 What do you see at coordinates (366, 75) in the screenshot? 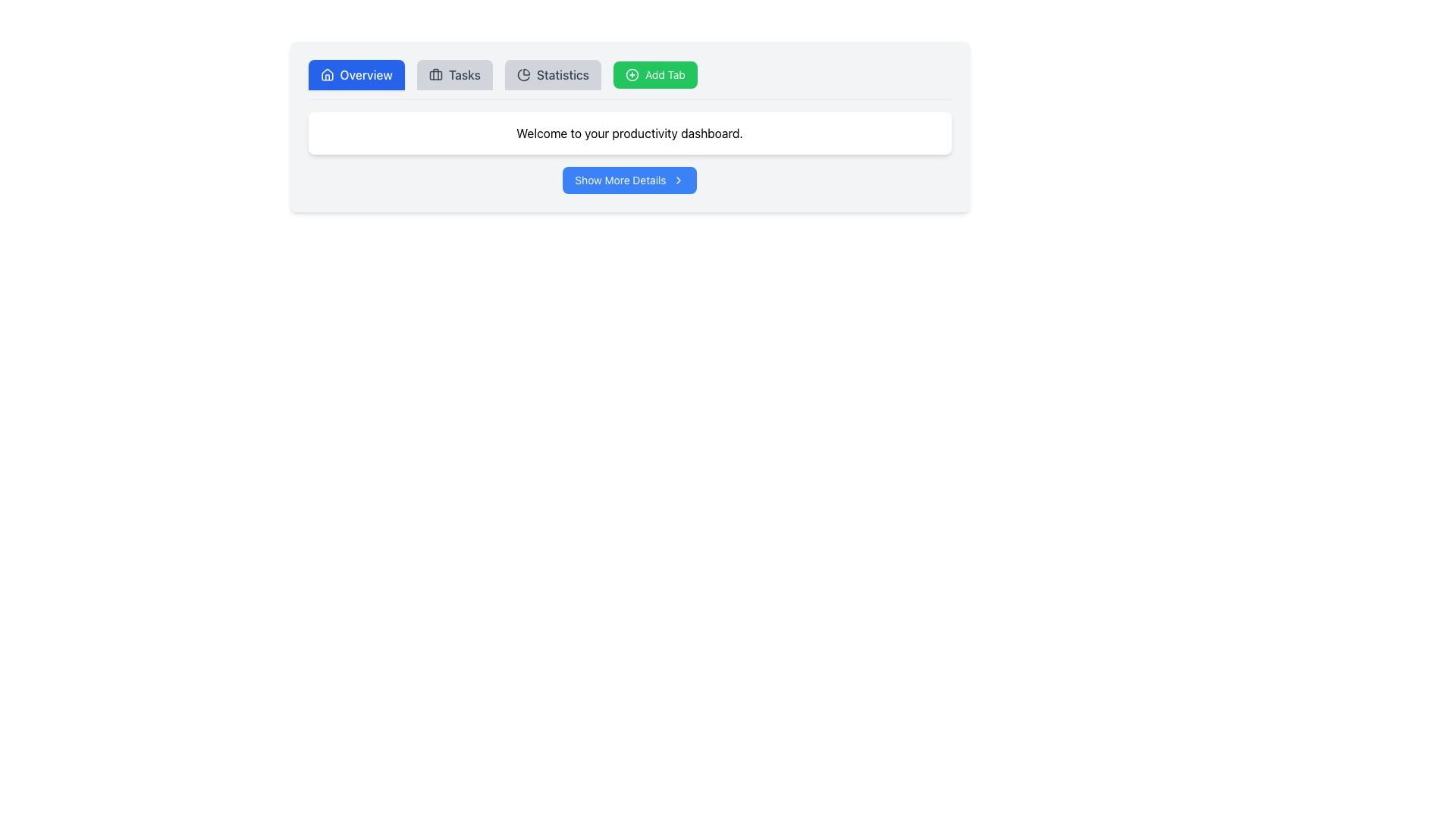
I see `the 'Overview' text label in the active navigation tab` at bounding box center [366, 75].